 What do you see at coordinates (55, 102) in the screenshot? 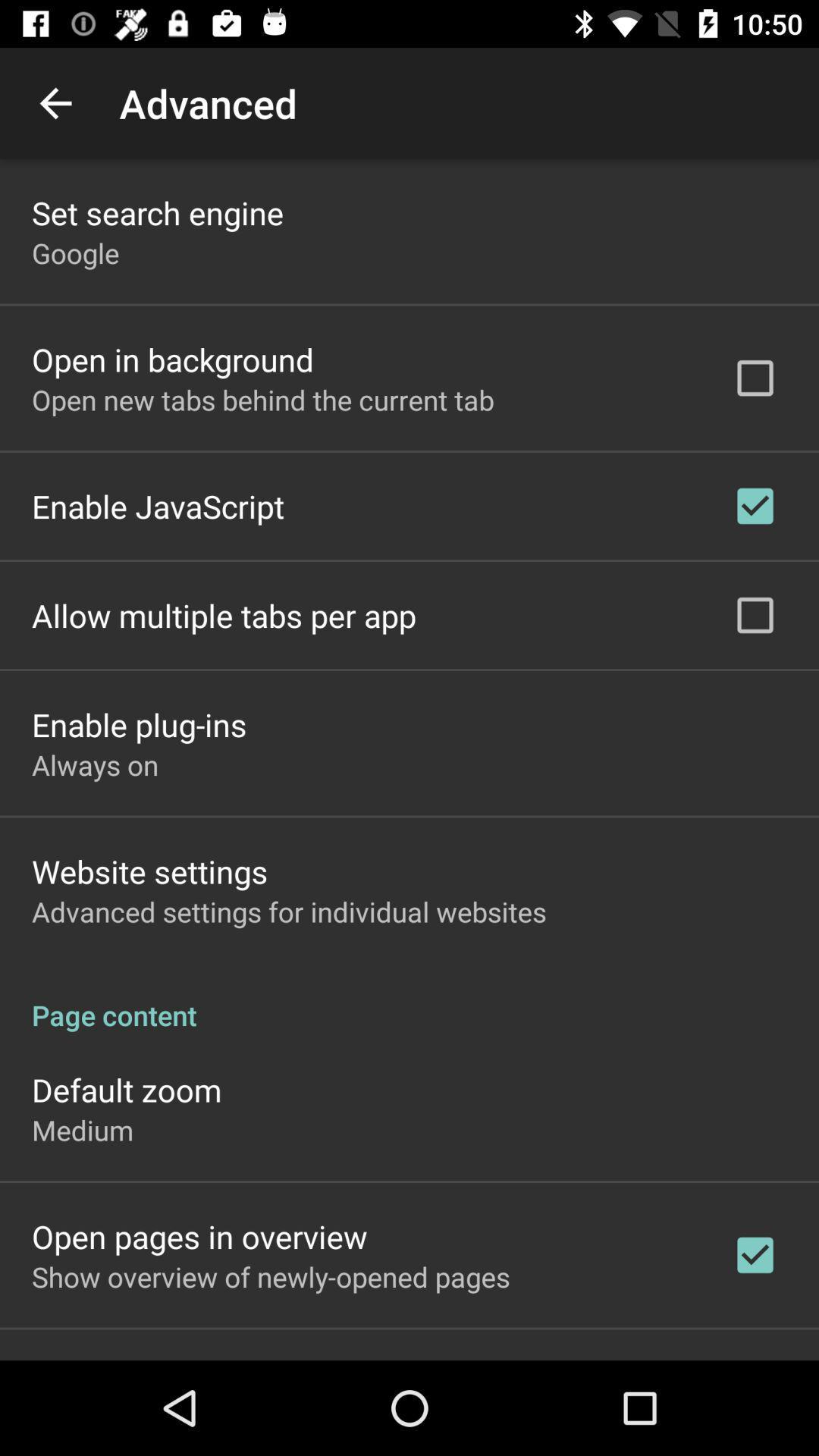
I see `item to the left of advanced app` at bounding box center [55, 102].